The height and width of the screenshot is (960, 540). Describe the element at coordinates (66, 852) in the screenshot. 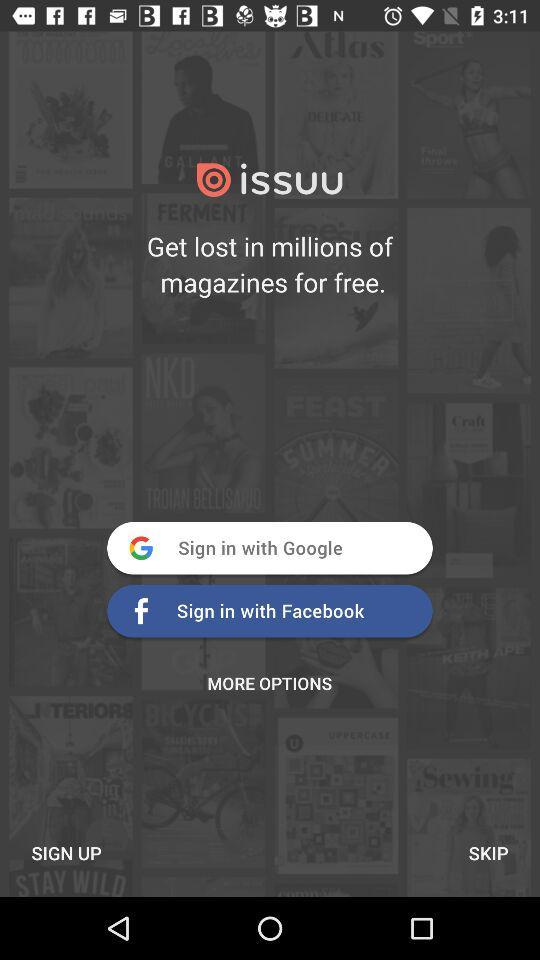

I see `sign up at the bottom left corner` at that location.